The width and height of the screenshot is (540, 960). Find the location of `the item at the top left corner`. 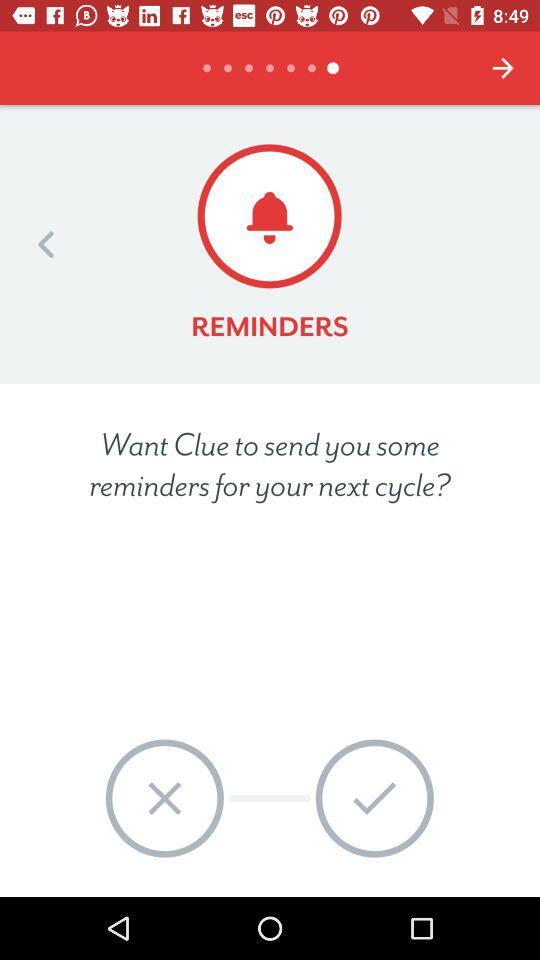

the item at the top left corner is located at coordinates (46, 243).